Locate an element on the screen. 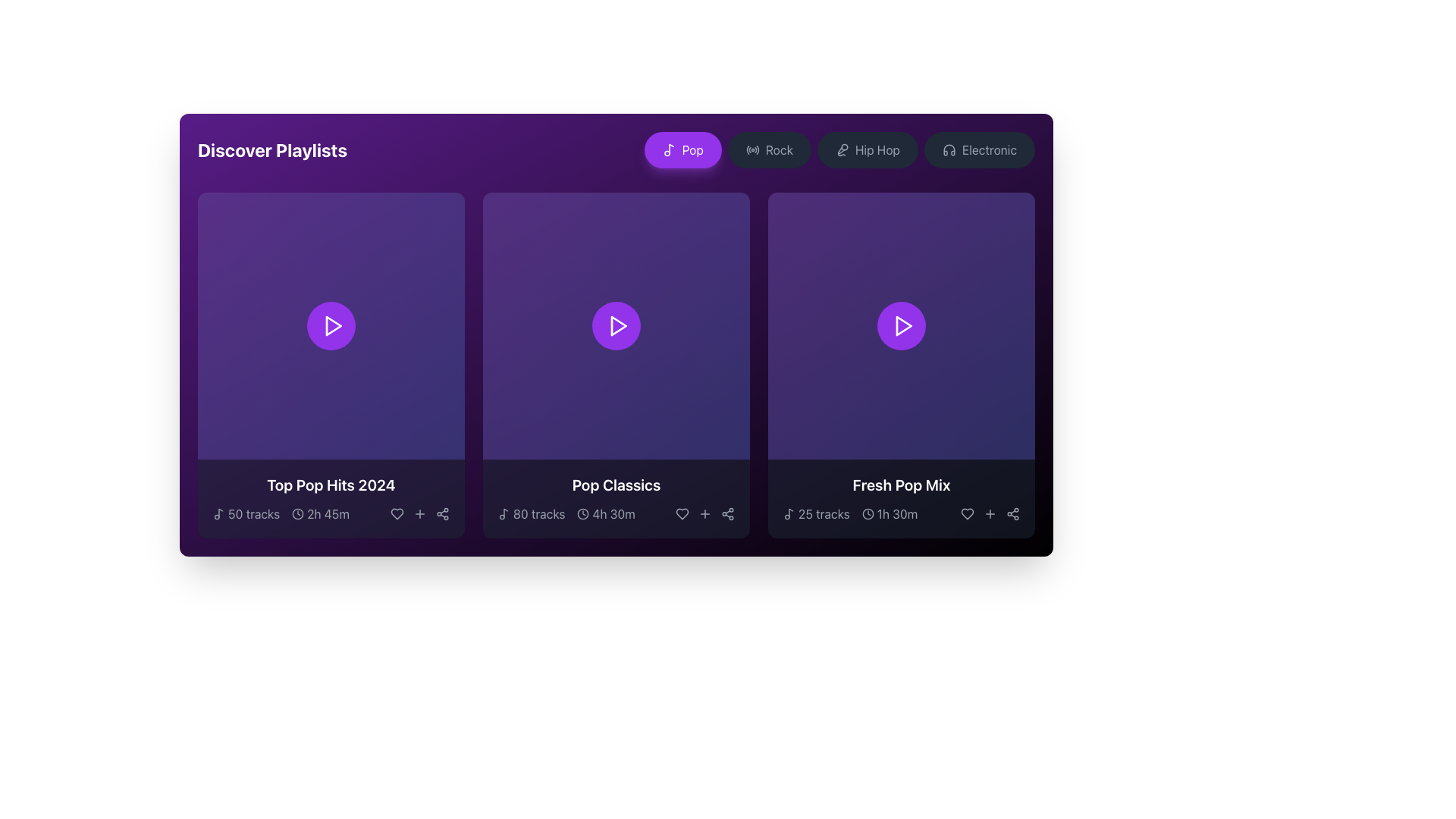 The height and width of the screenshot is (819, 1456). the navigation button labeled 'Hip Hop' which is part of the navigation bar, positioned to the right of the 'Rock' button and left of the 'Electronic' button is located at coordinates (877, 149).